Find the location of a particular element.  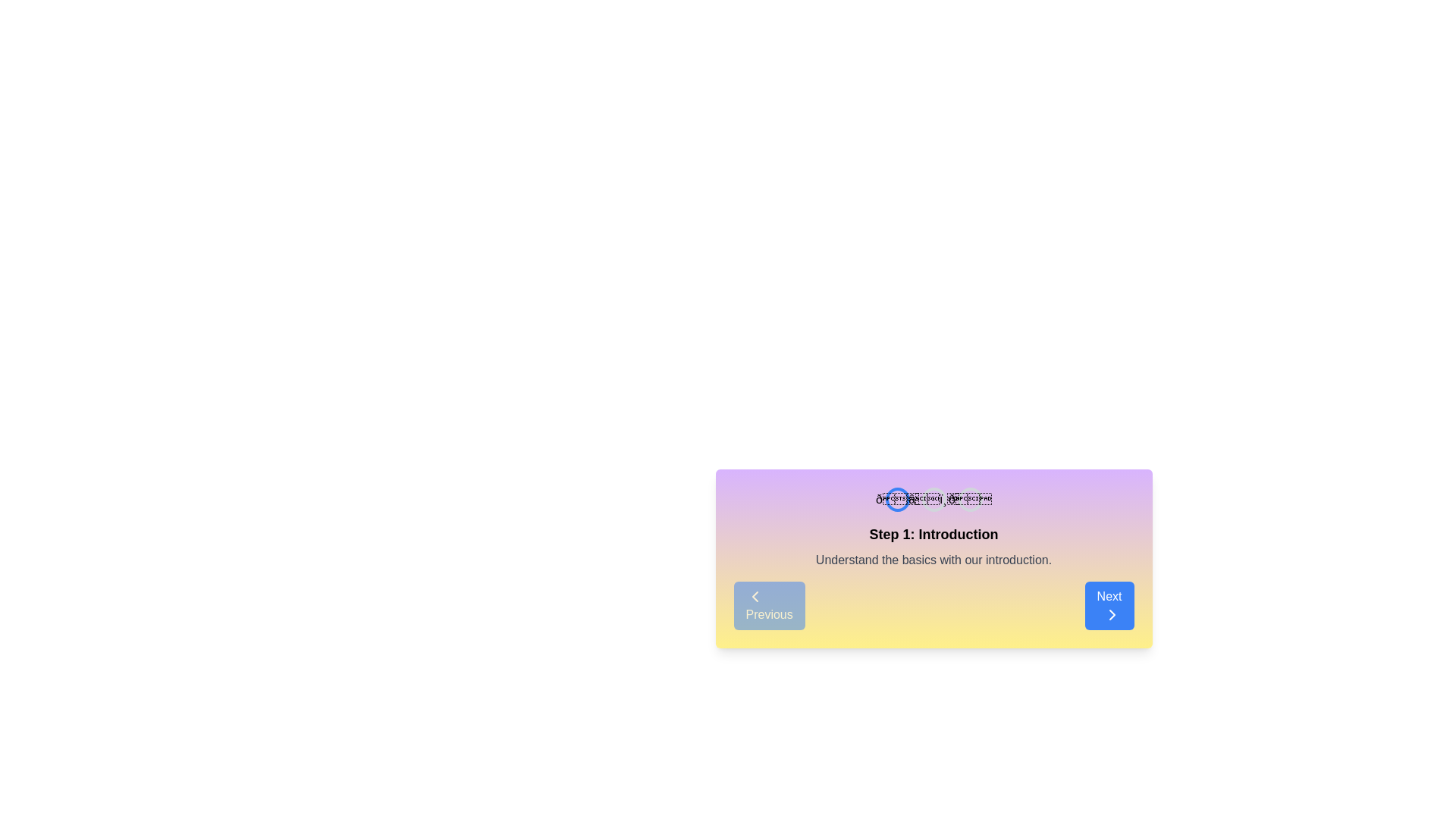

the right-pointing chevron icon within the 'Next' button, which is a white arrow on a blue rectangular button located at the bottom-right corner of the interface is located at coordinates (1112, 614).